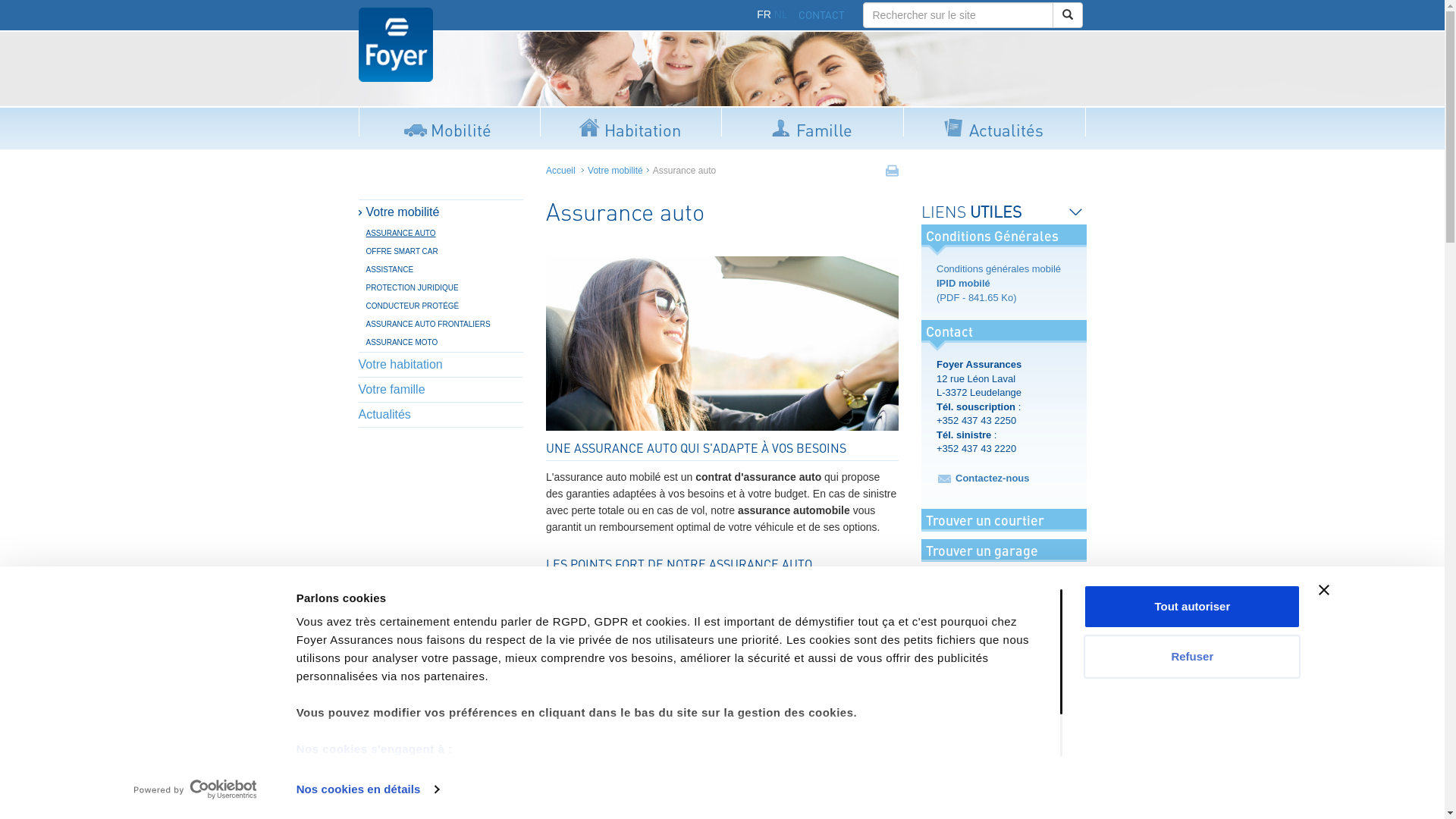 Image resolution: width=1456 pixels, height=819 pixels. I want to click on 'NL', so click(781, 14).